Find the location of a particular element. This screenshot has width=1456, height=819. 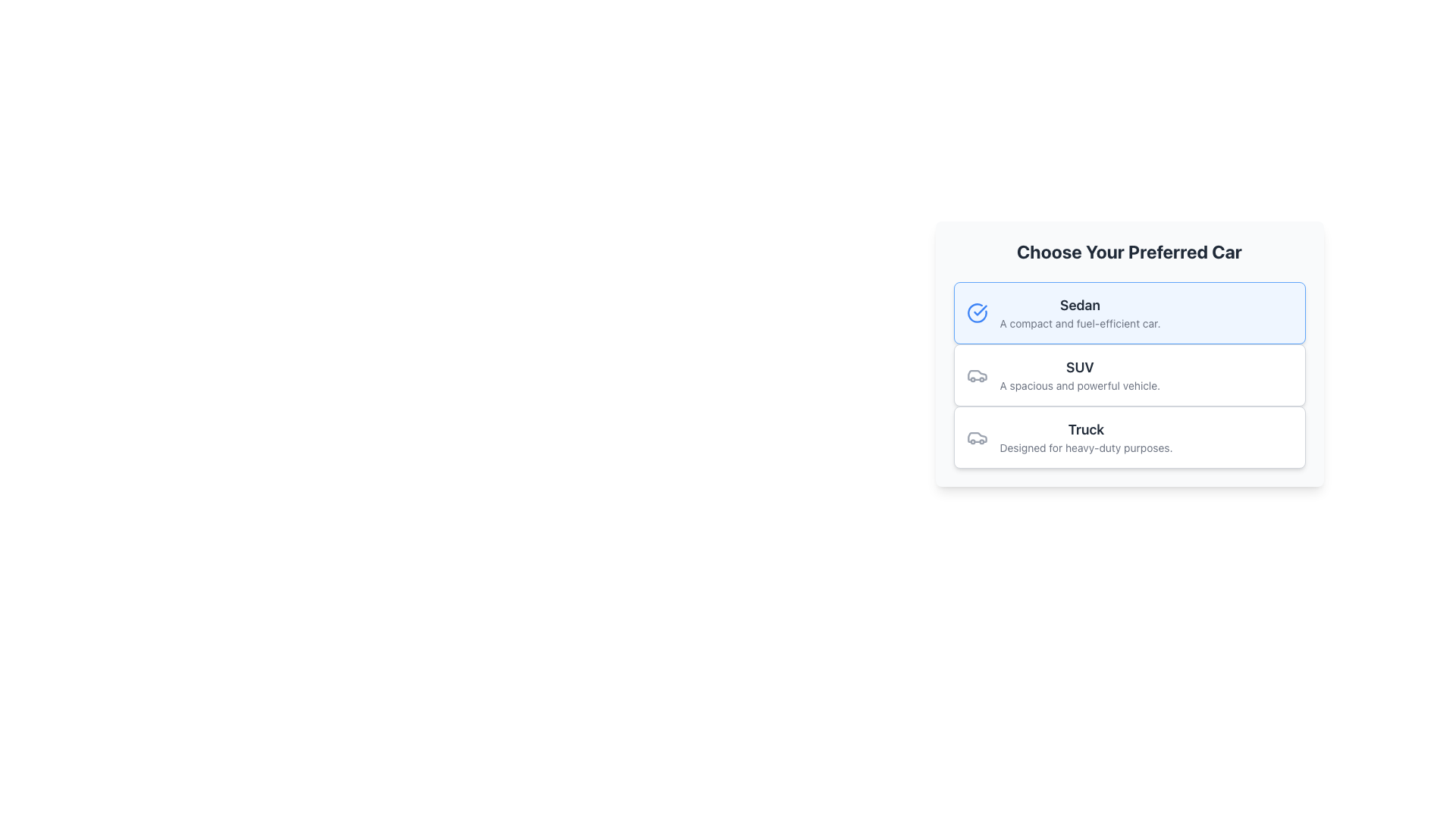

the bold text label 'SUV' which is visually prominent in dark gray or black font, centrally positioned in the second option of a triplet list structure is located at coordinates (1079, 368).